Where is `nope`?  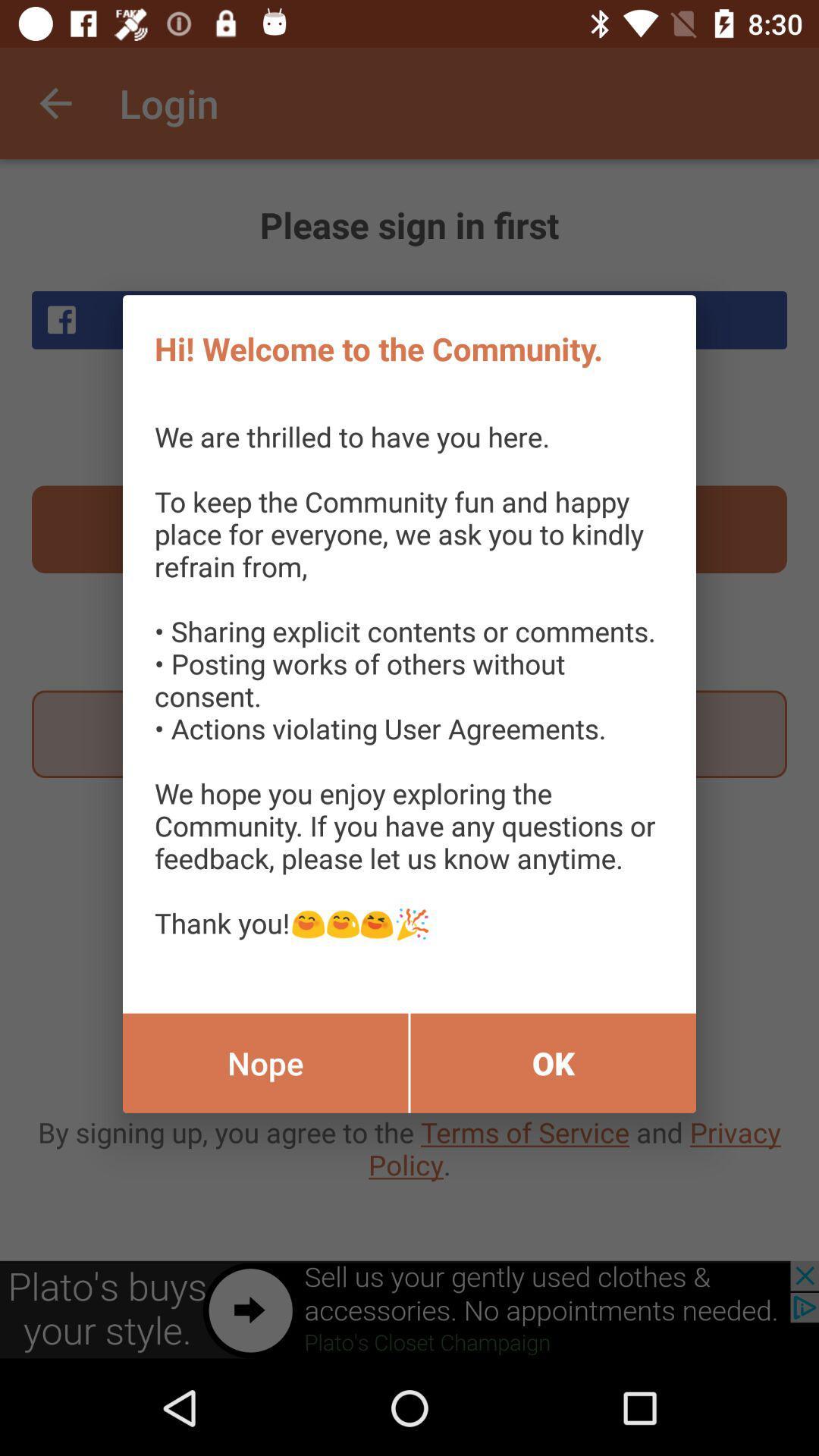 nope is located at coordinates (265, 1062).